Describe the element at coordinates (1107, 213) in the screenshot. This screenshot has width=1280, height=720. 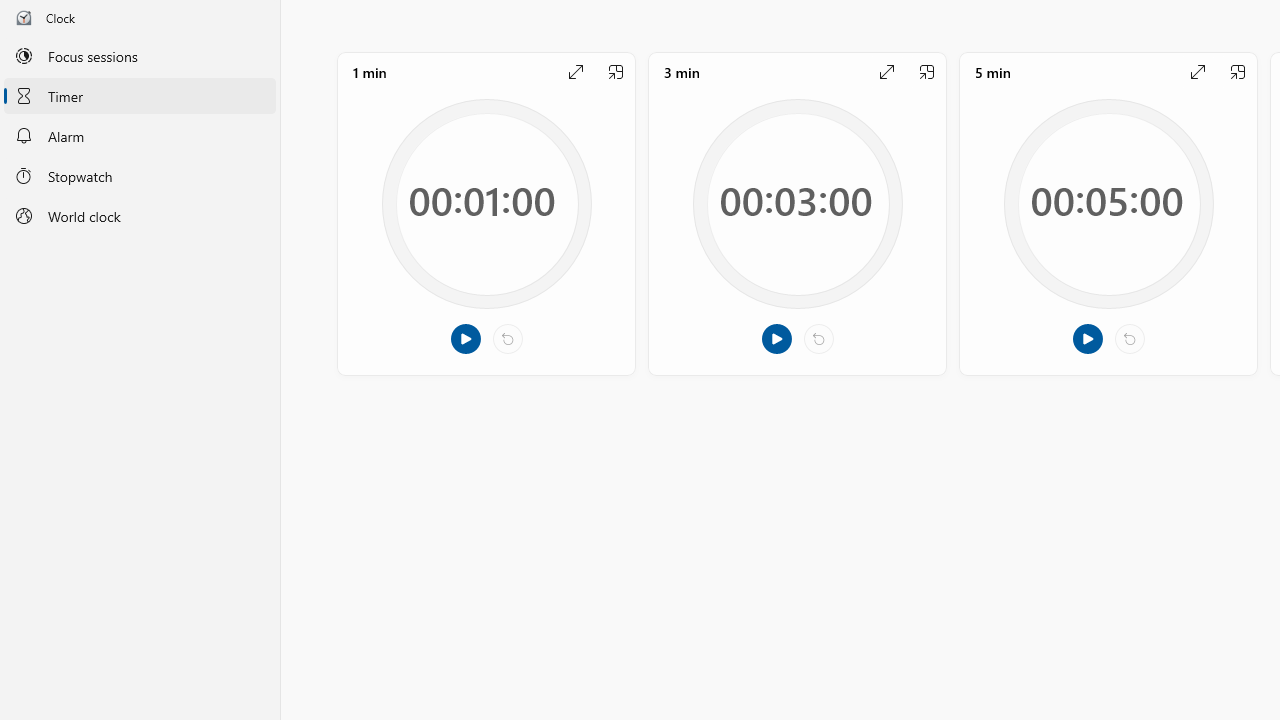
I see `'Edit timer, 5 min, Not Started, 5 minutes 0 seconds'` at that location.